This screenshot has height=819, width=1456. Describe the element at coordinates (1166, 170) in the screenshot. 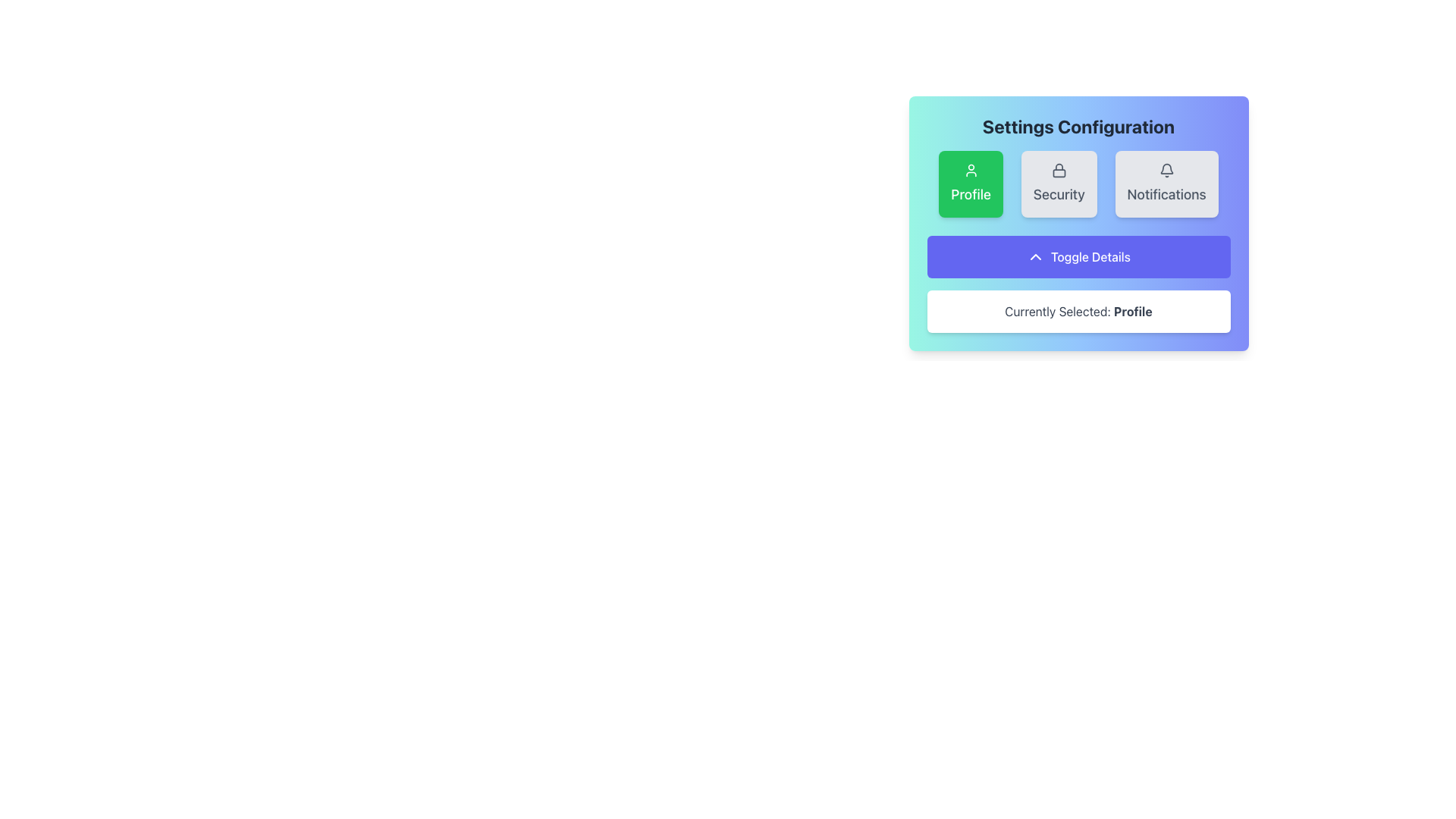

I see `the 'Notifications' icon located in the top-right corner of the configuration panel` at that location.